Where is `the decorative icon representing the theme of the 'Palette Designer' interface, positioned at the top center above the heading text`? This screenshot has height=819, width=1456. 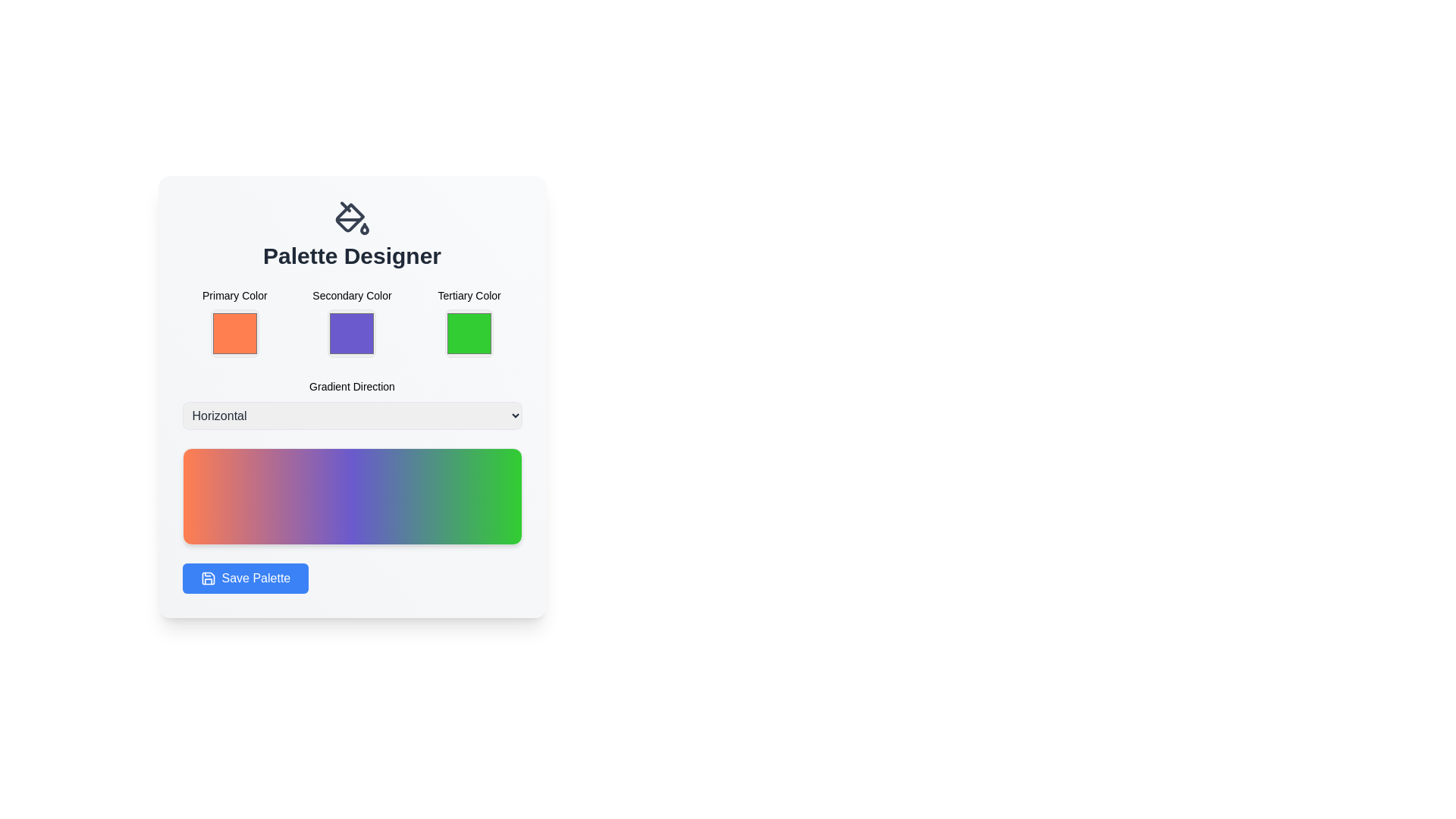 the decorative icon representing the theme of the 'Palette Designer' interface, positioned at the top center above the heading text is located at coordinates (351, 218).